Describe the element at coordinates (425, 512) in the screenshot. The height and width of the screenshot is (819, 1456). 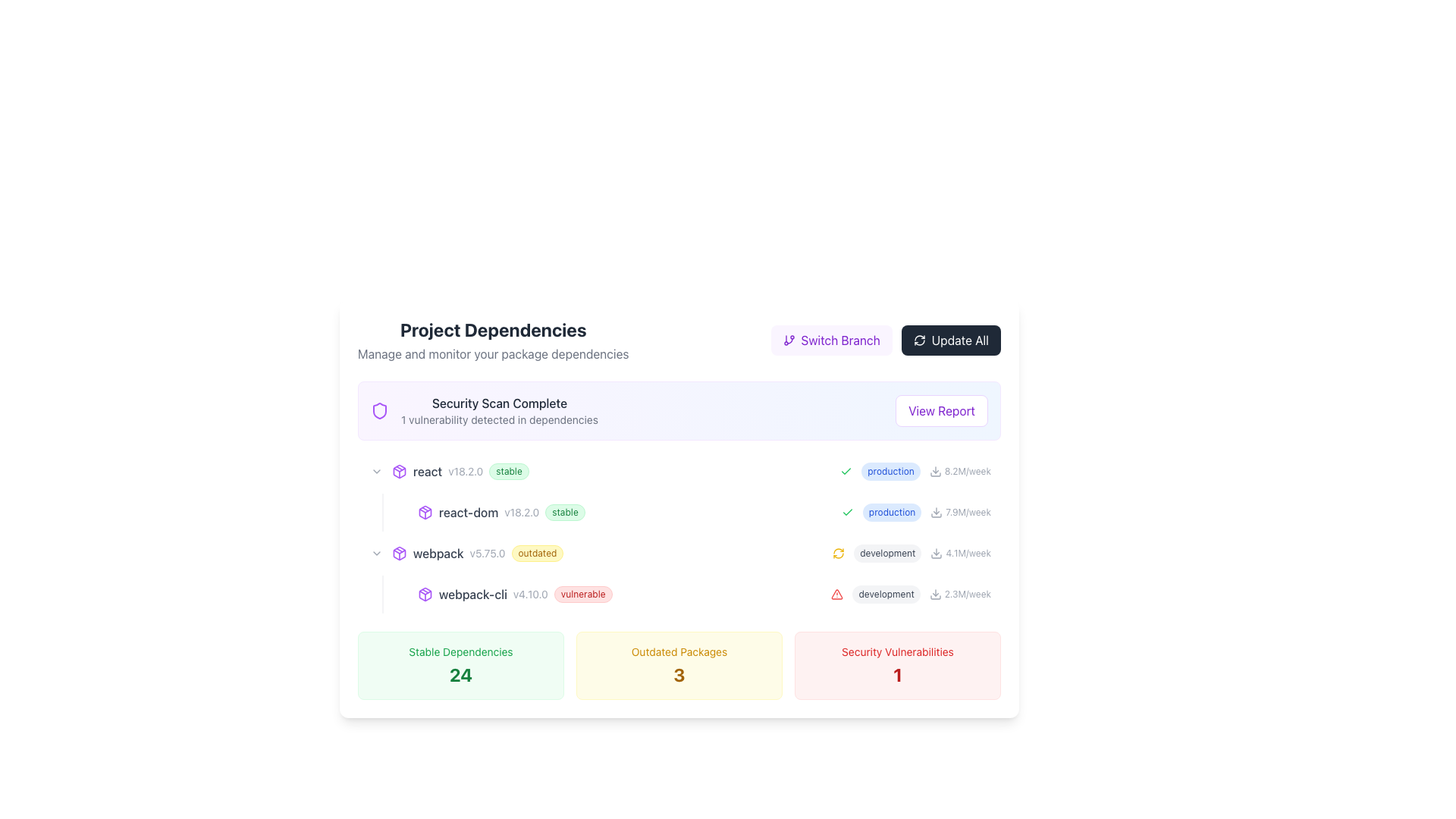
I see `the Icon graphic representing a software package or dependency located beside the listing of React-related dependencies in the project management interface` at that location.